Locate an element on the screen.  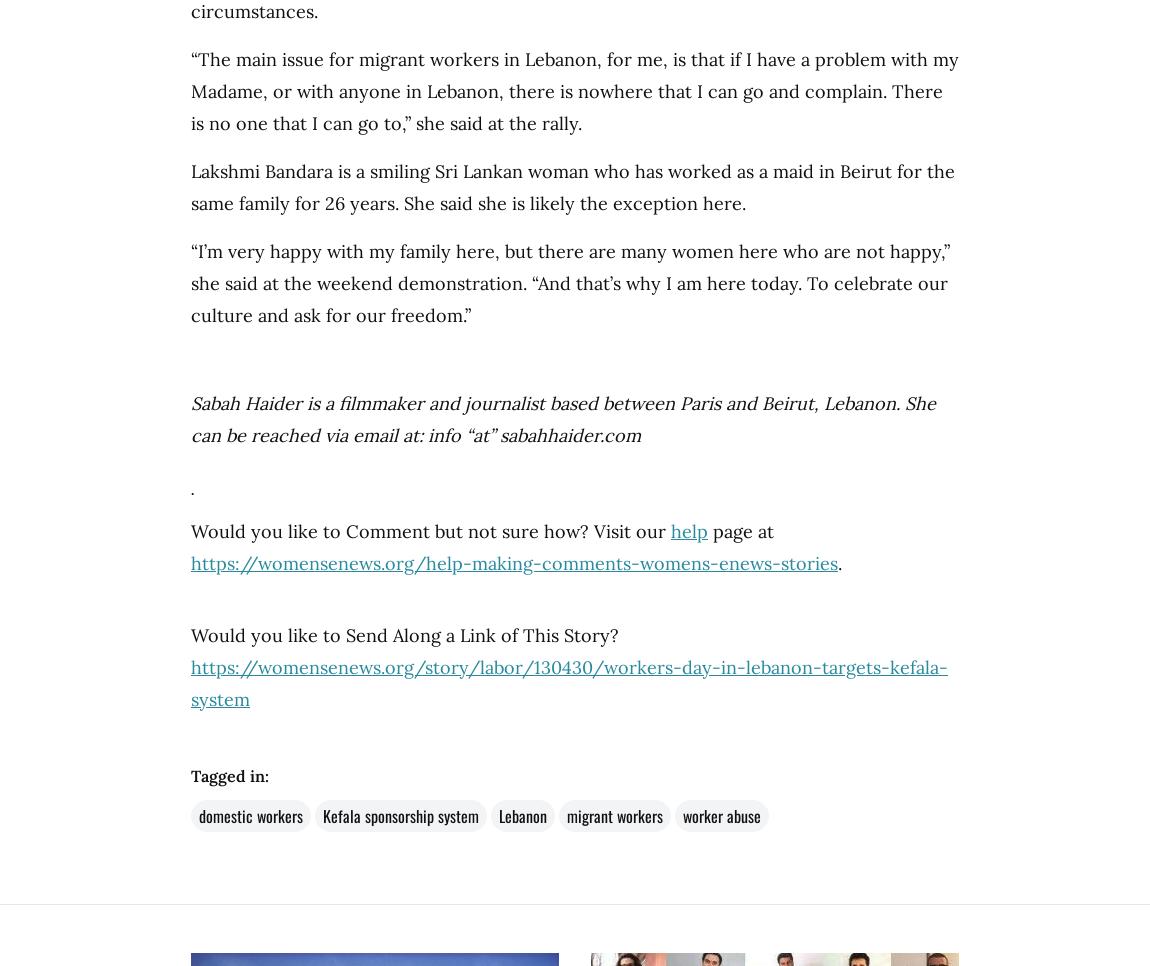
'Lakshmi Bandara' is located at coordinates (260, 170).